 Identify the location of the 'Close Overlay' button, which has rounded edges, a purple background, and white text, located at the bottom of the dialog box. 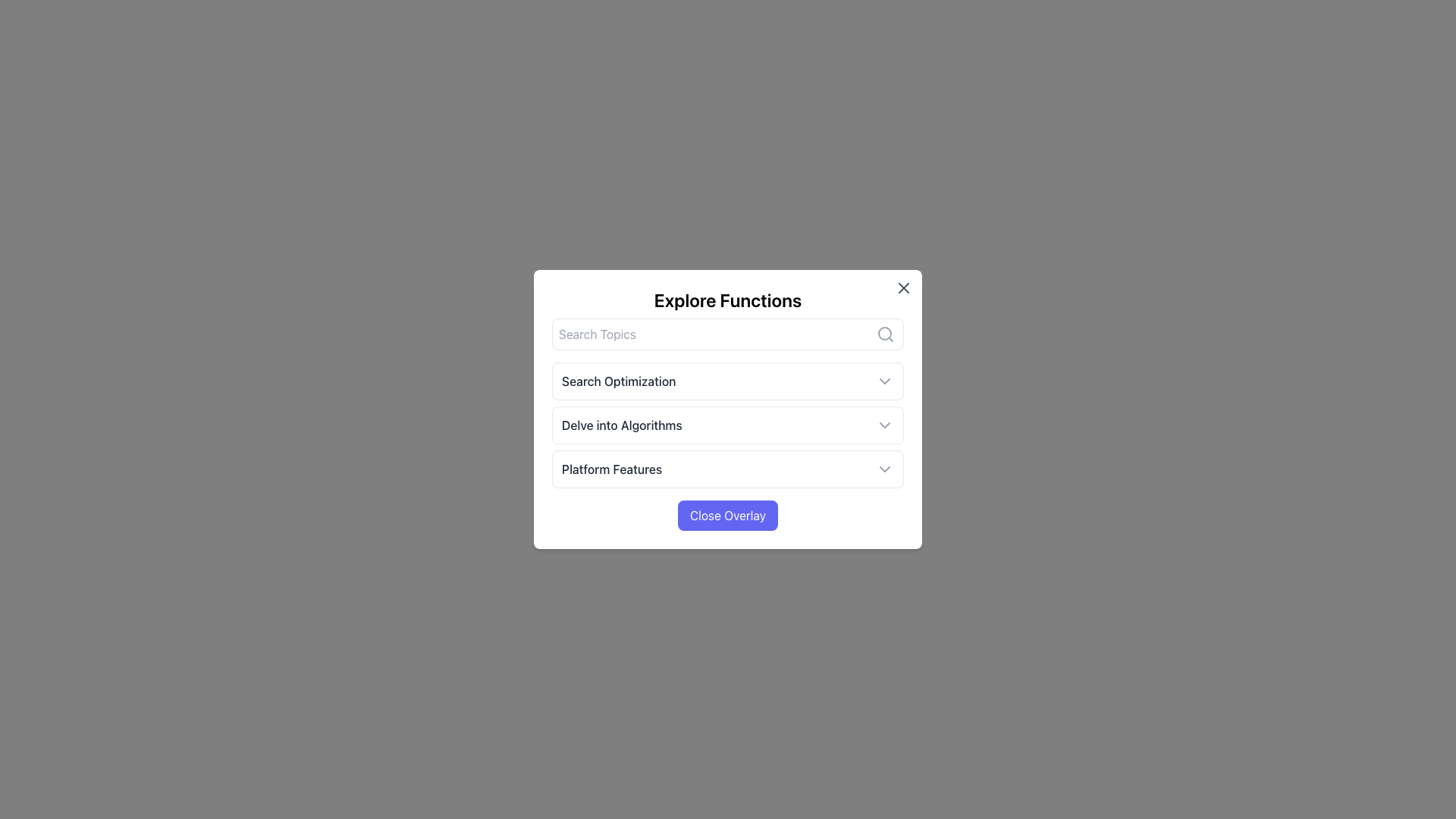
(728, 514).